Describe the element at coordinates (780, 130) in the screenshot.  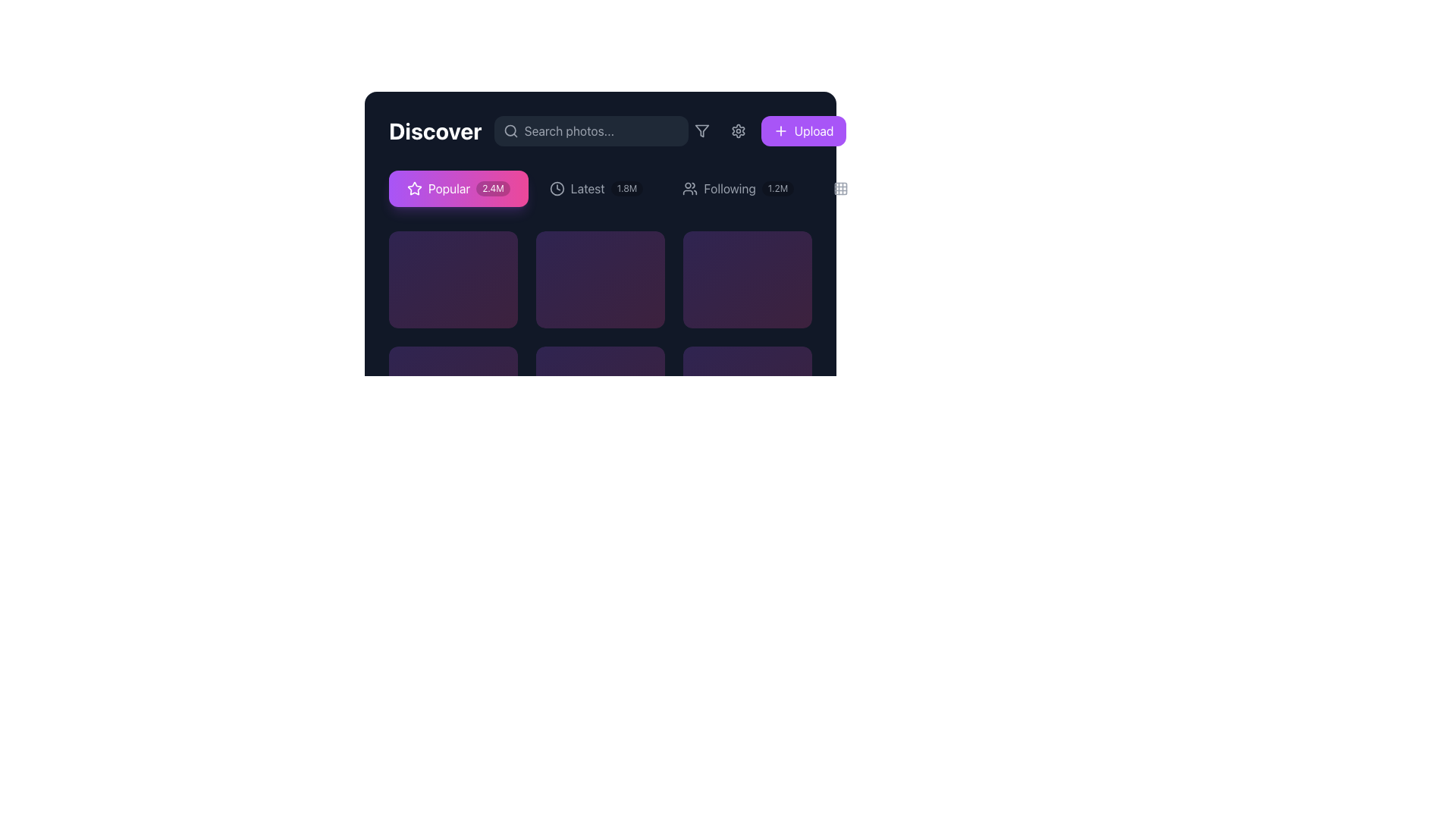
I see `the plus sign icon located centrally in the purple 'Upload' button` at that location.